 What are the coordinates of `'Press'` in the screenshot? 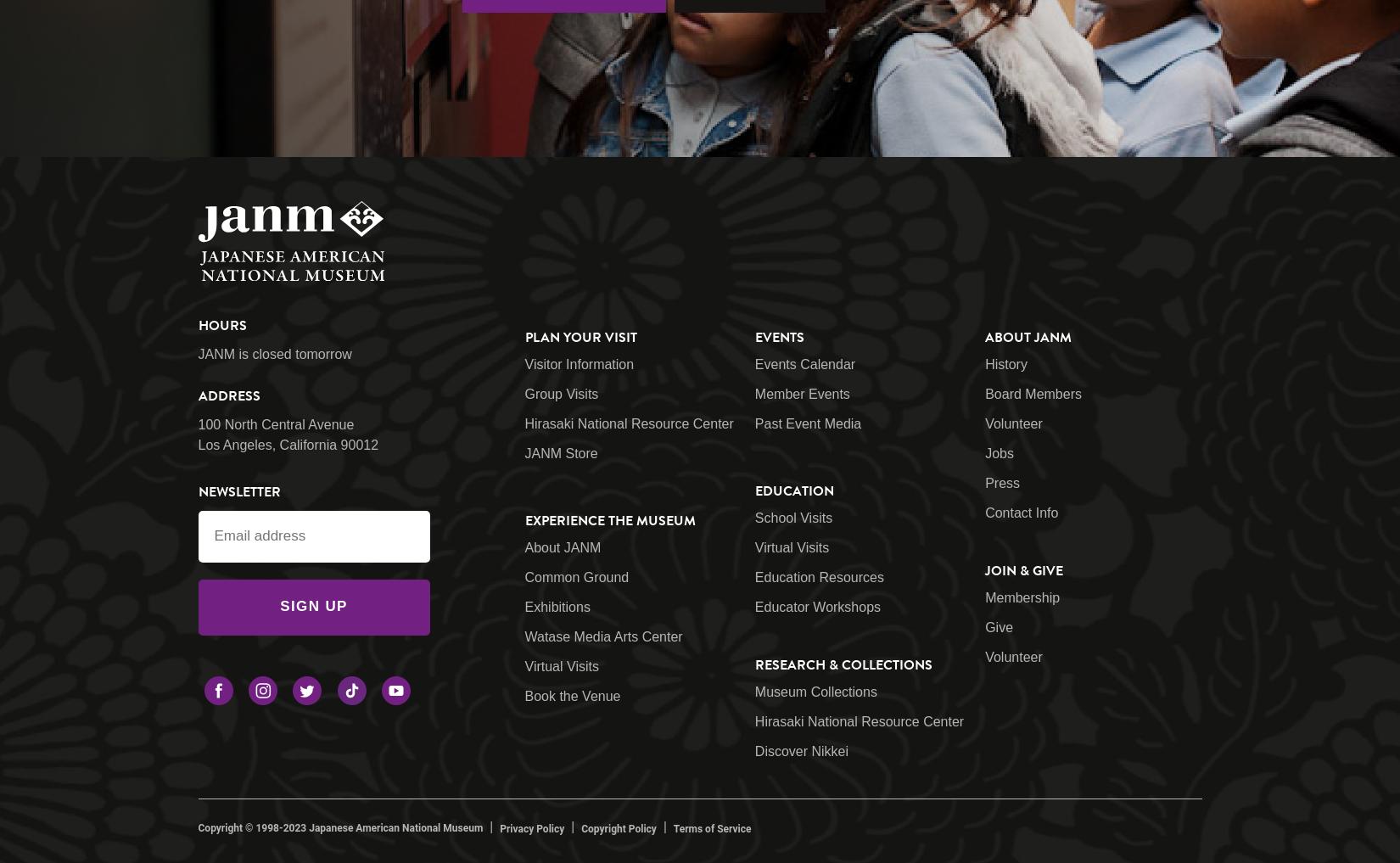 It's located at (984, 482).